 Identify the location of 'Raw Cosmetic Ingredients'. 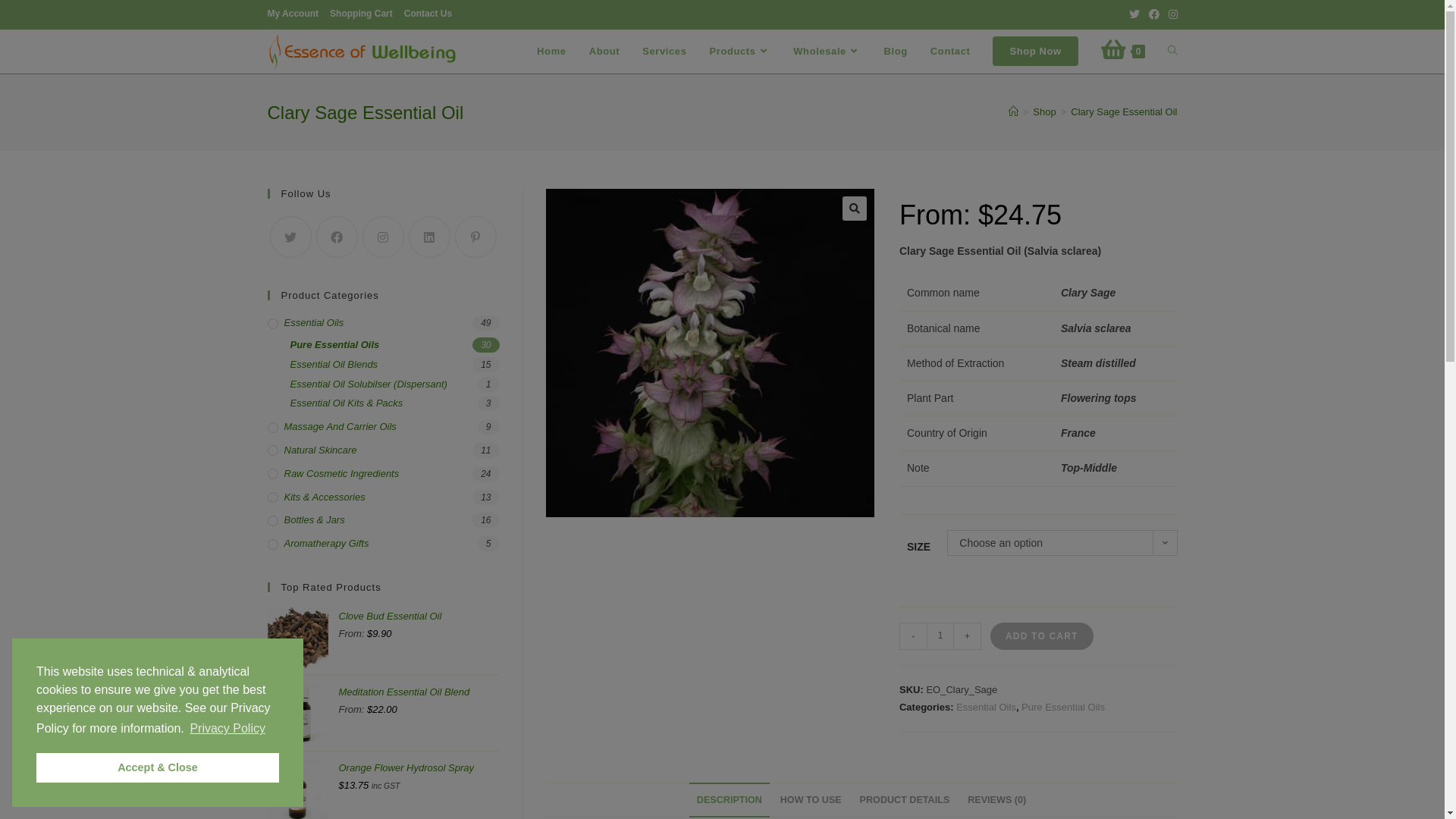
(382, 473).